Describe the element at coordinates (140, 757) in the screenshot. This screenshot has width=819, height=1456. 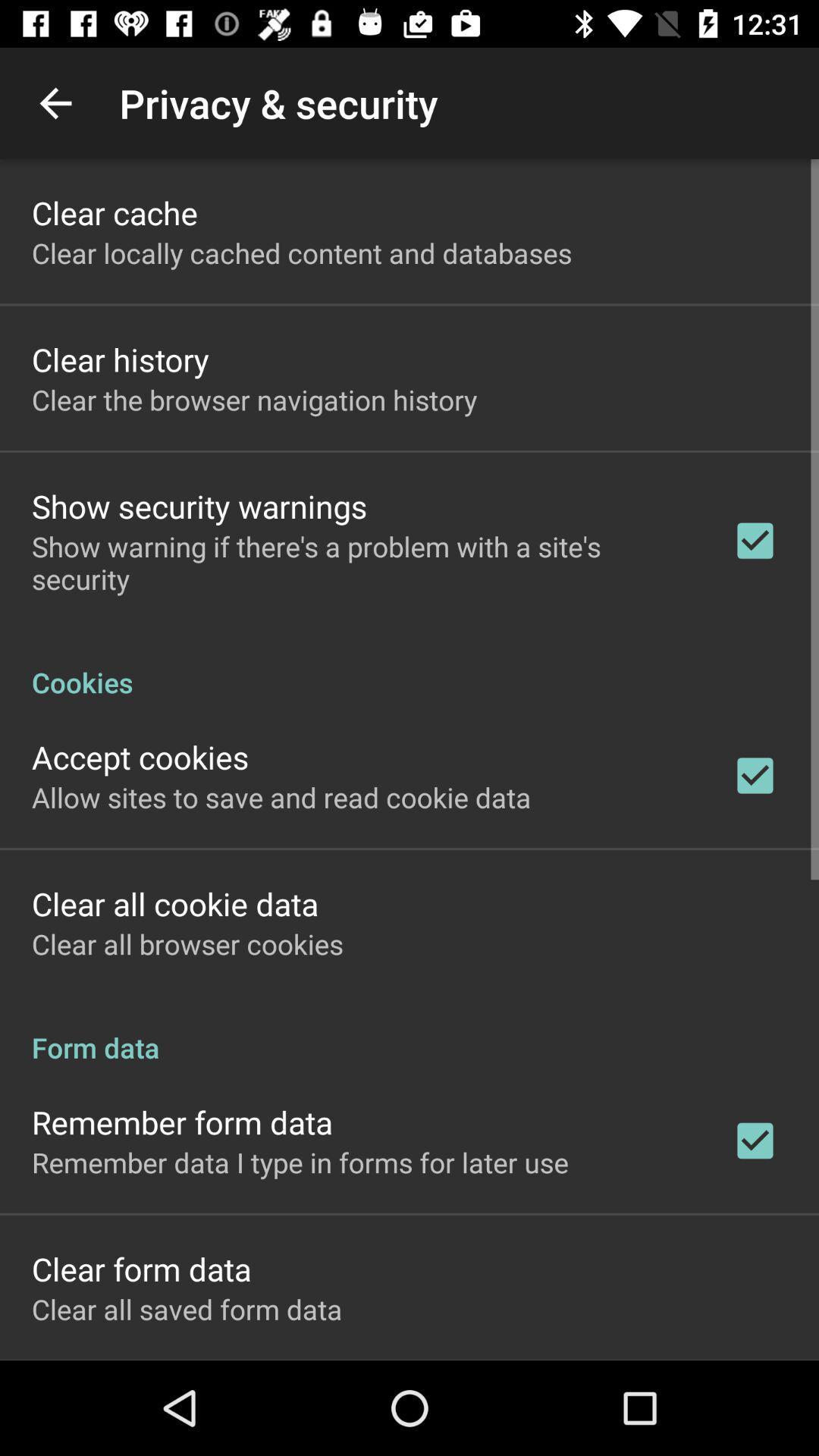
I see `the accept cookies icon` at that location.